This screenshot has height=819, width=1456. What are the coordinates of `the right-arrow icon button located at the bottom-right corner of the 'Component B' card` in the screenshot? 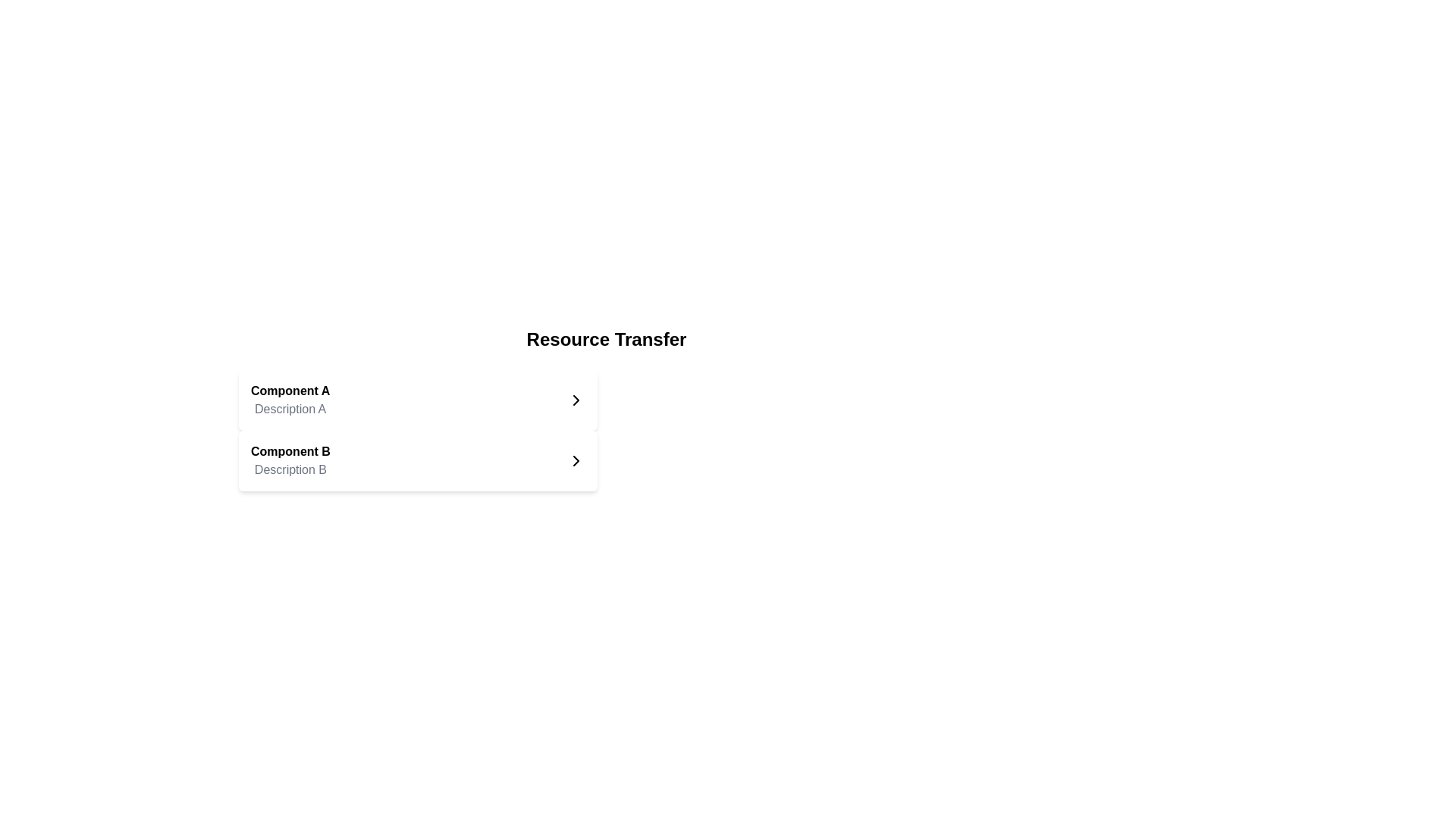 It's located at (575, 460).